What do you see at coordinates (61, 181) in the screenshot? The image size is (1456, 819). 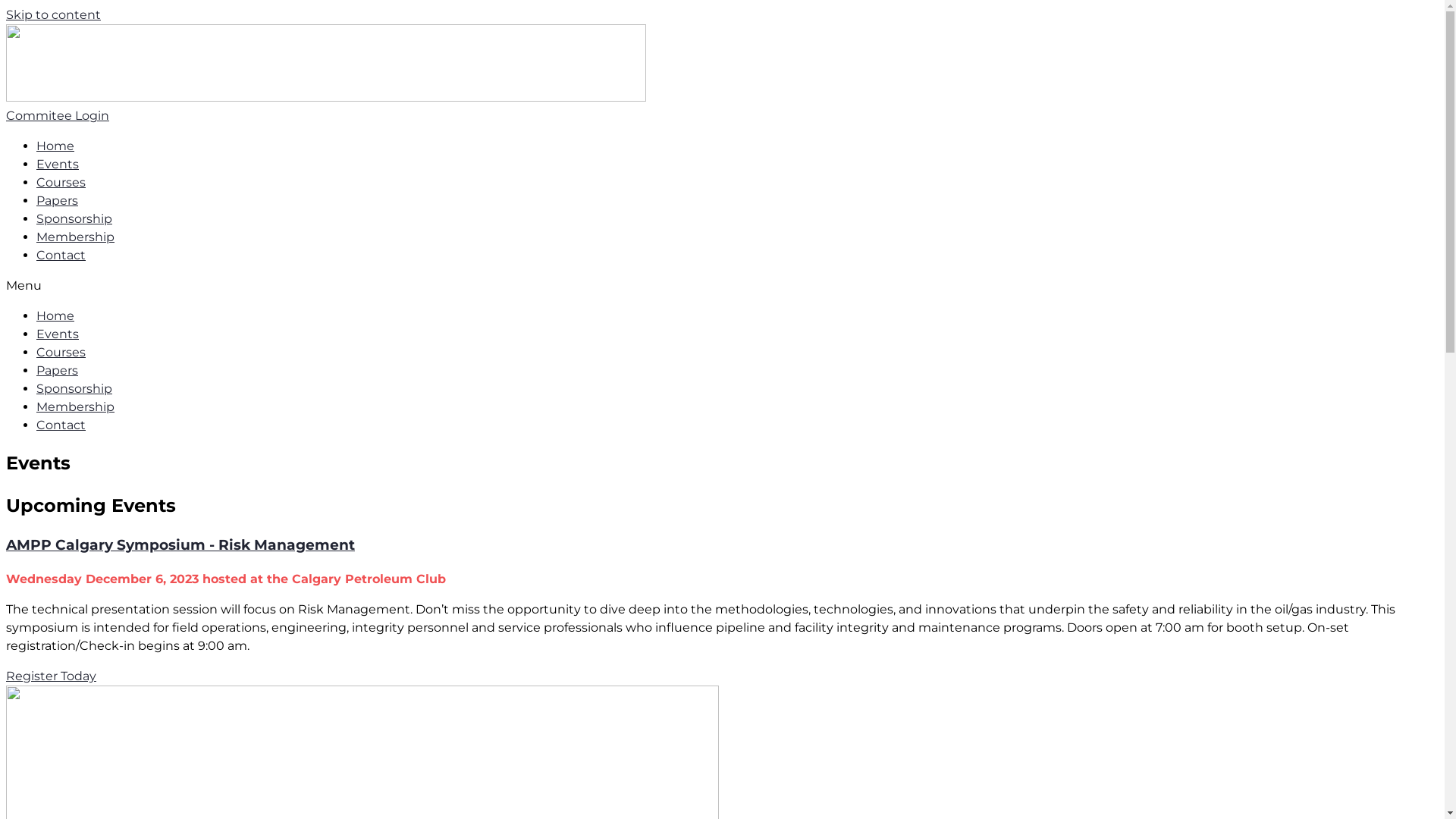 I see `'Courses'` at bounding box center [61, 181].